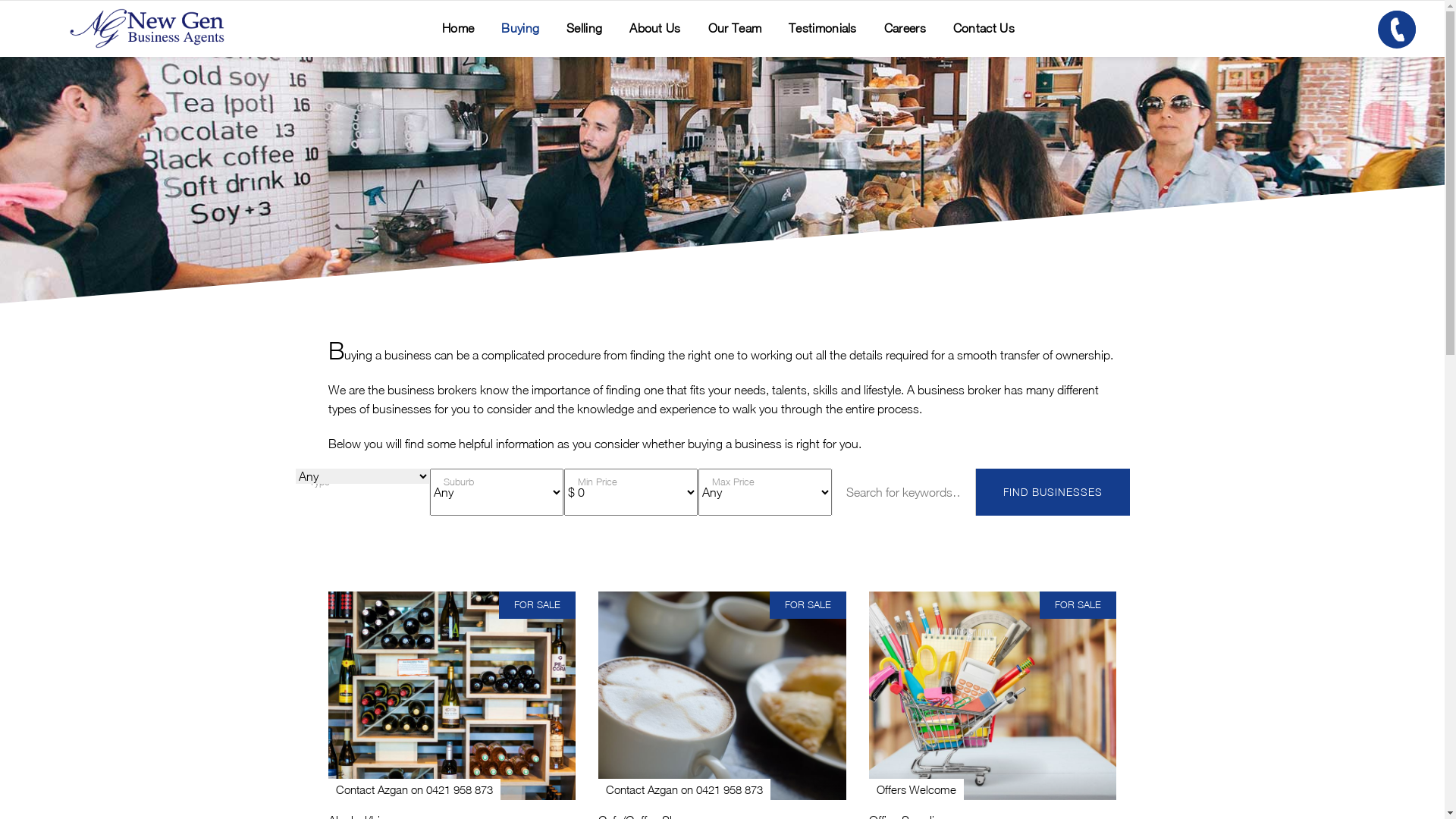 The height and width of the screenshot is (819, 1456). Describe the element at coordinates (520, 28) in the screenshot. I see `'Buying'` at that location.